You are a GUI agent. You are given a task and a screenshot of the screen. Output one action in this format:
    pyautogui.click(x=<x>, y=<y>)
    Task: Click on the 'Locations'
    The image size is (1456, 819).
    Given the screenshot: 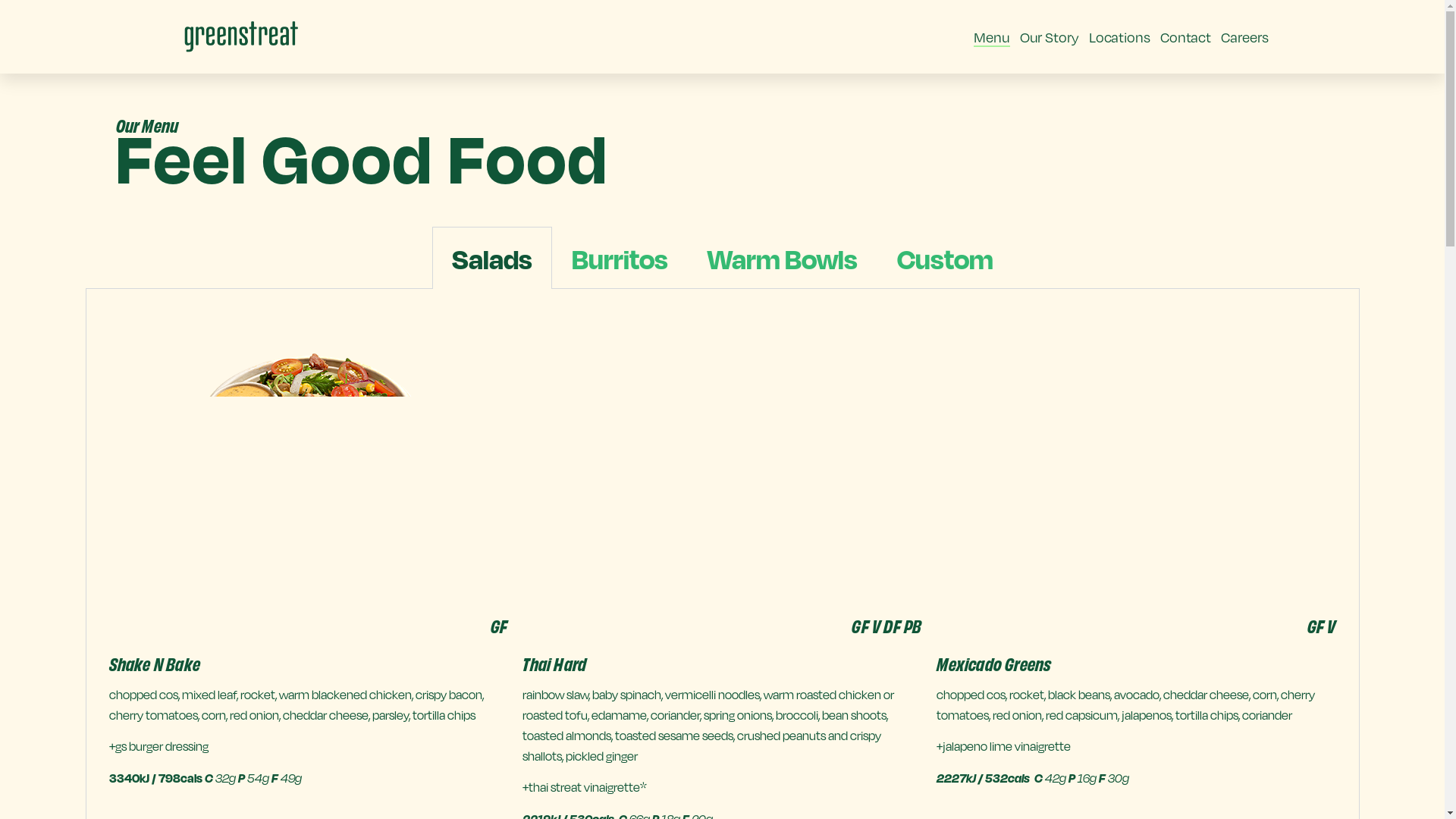 What is the action you would take?
    pyautogui.click(x=1119, y=36)
    